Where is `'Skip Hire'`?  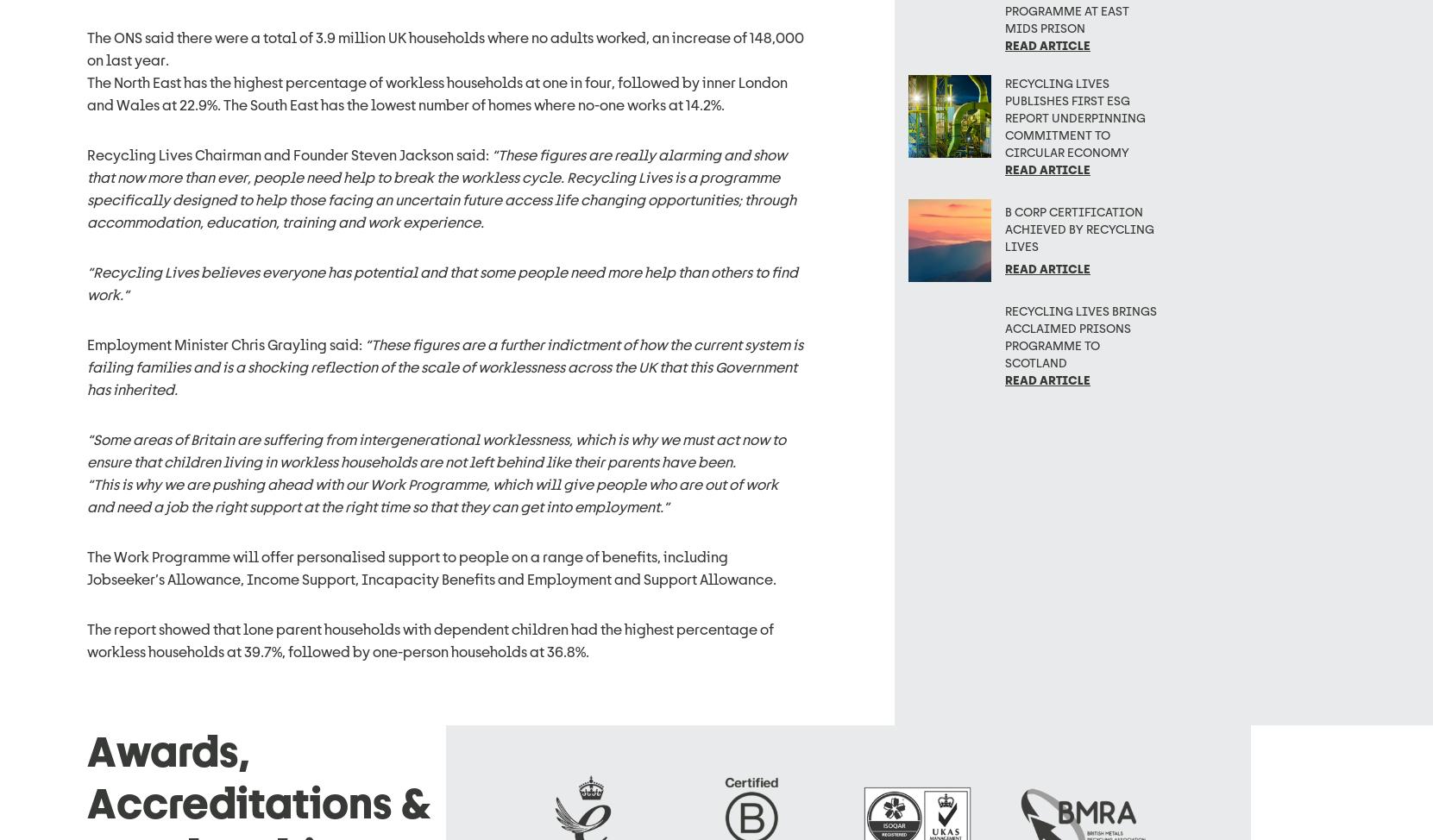
'Skip Hire' is located at coordinates (475, 780).